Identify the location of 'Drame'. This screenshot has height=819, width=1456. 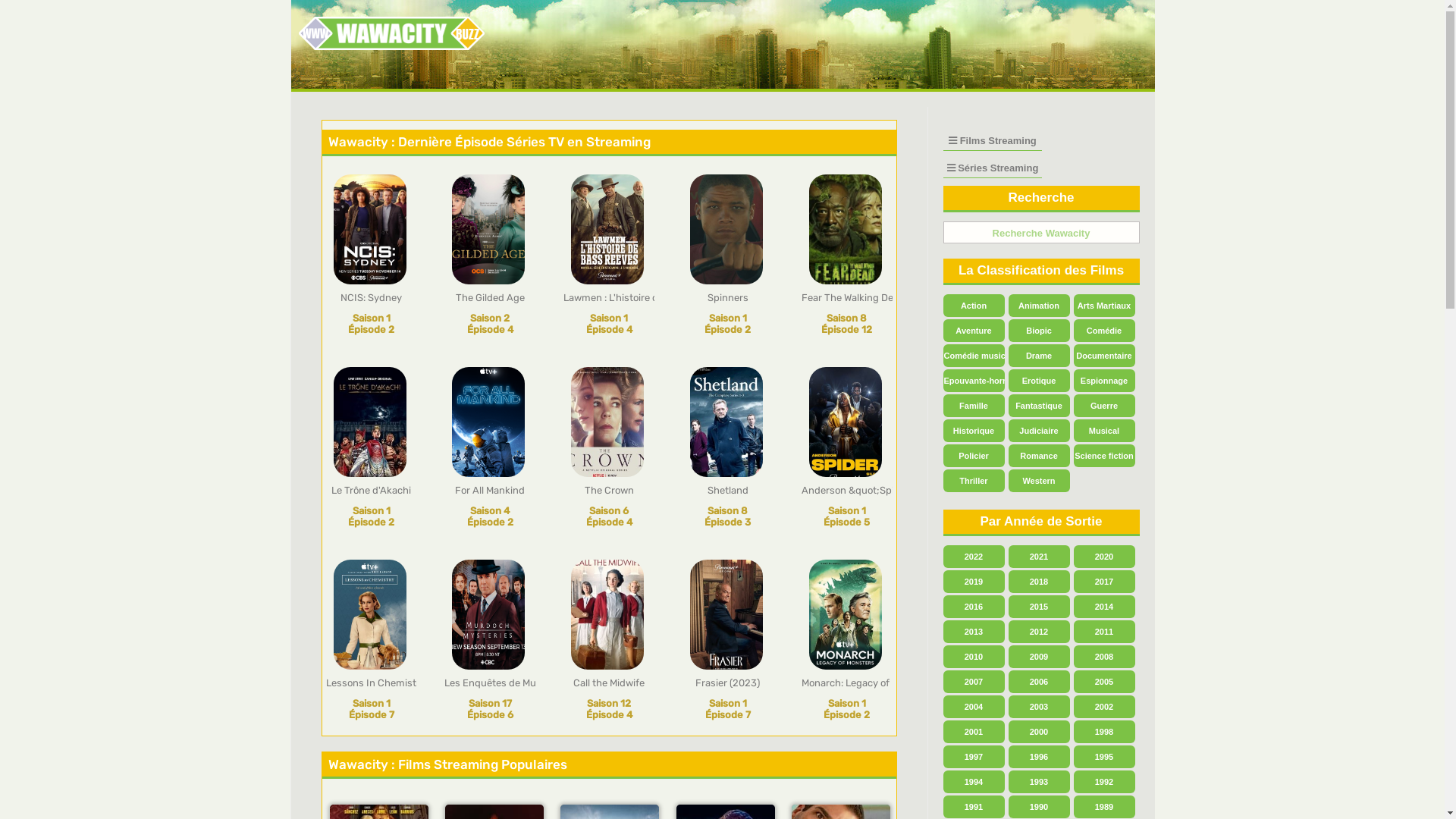
(1038, 356).